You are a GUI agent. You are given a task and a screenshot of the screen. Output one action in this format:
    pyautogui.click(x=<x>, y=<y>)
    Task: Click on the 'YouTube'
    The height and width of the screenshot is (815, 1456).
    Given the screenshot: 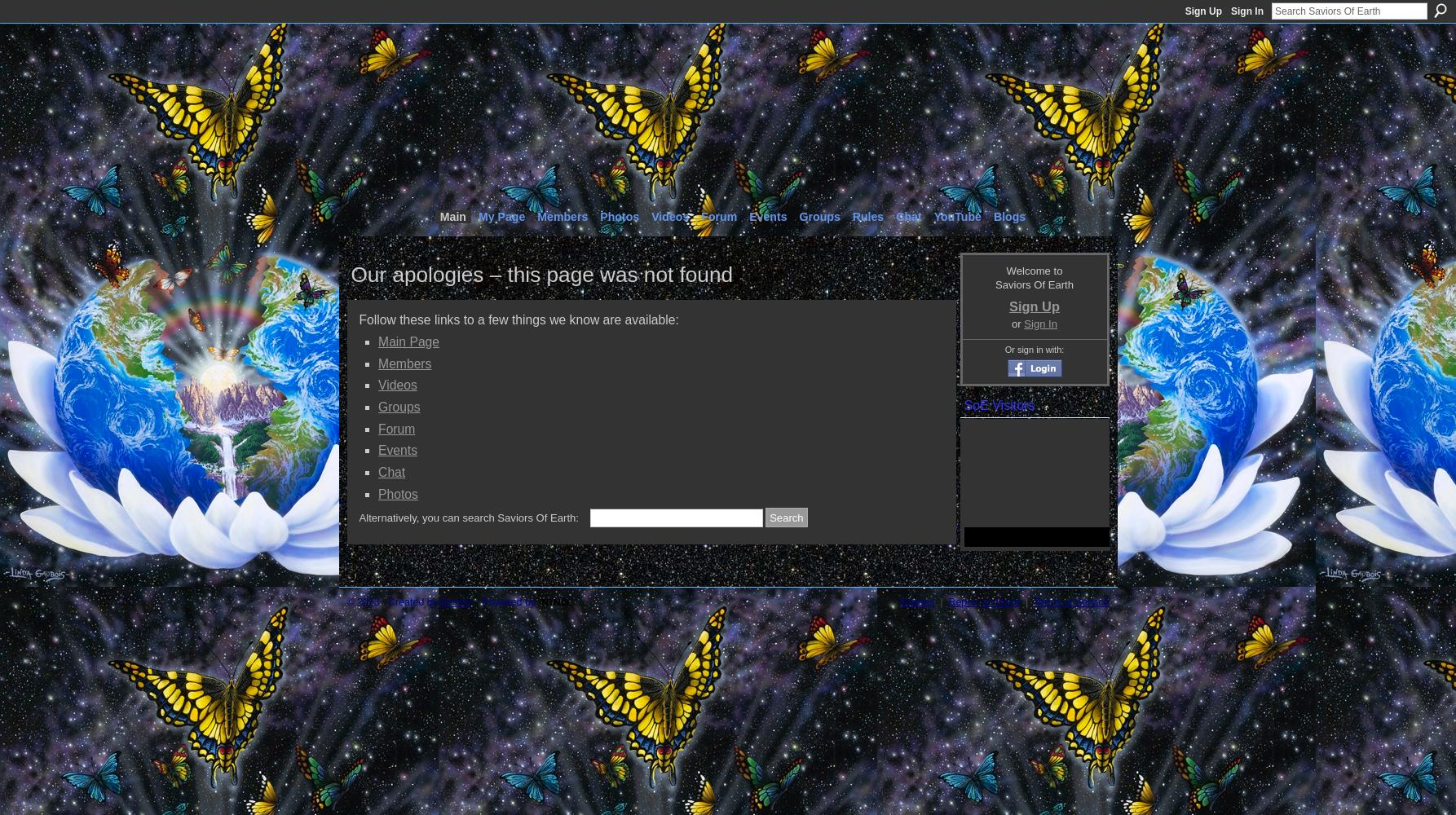 What is the action you would take?
    pyautogui.click(x=955, y=216)
    